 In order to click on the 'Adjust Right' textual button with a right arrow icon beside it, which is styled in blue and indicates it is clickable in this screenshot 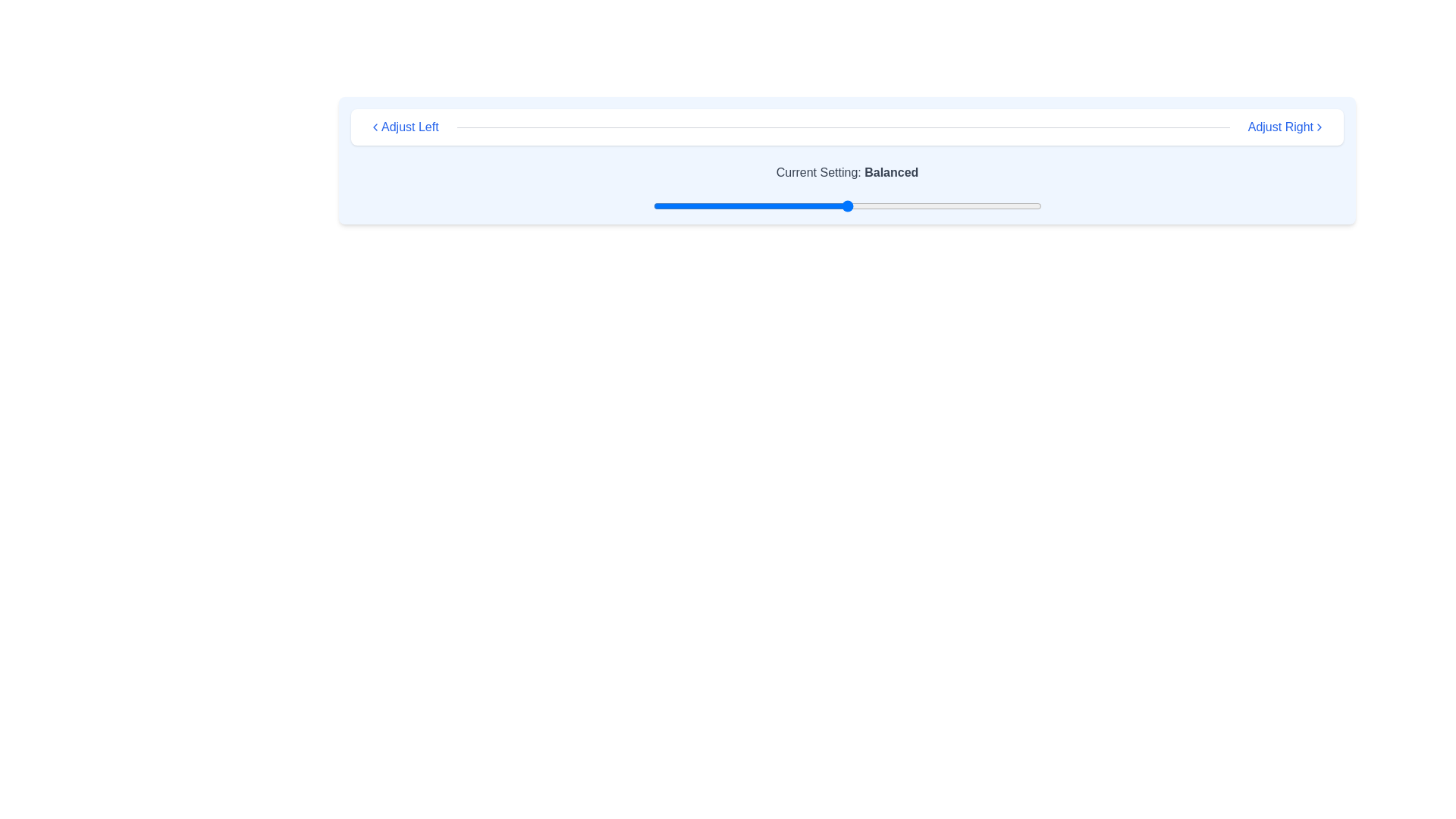, I will do `click(1285, 127)`.